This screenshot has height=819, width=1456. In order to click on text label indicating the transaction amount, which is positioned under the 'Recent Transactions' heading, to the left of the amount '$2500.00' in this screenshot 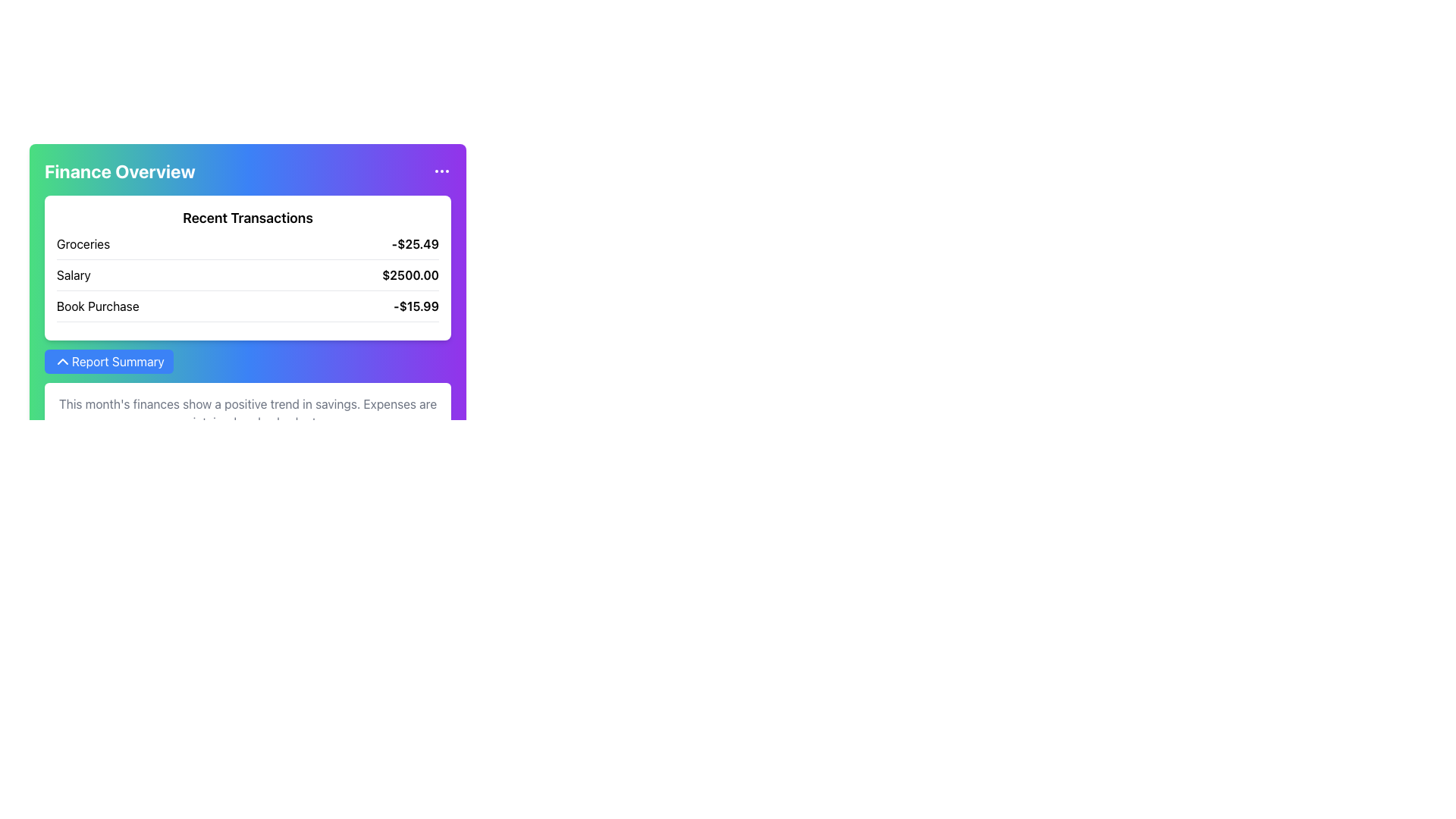, I will do `click(73, 275)`.